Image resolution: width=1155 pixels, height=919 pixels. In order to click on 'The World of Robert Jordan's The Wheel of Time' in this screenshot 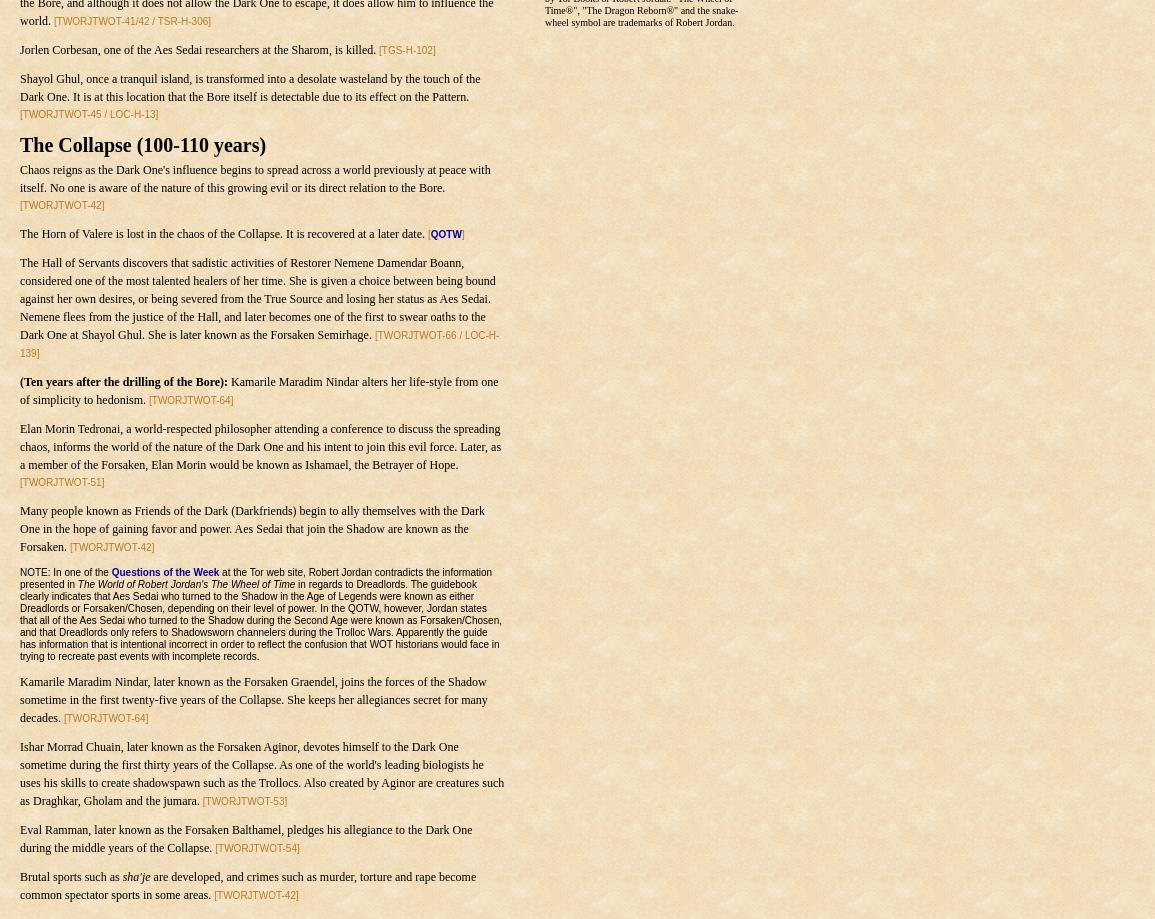, I will do `click(184, 584)`.